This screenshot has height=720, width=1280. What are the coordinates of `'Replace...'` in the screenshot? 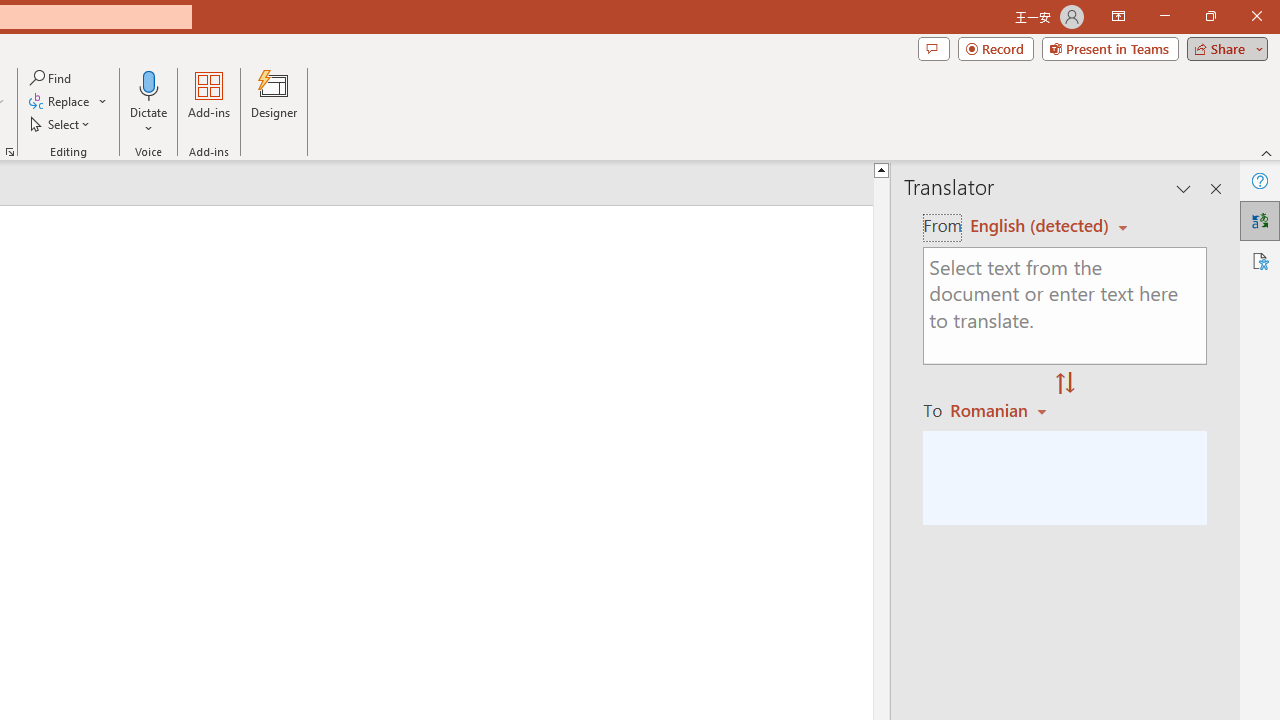 It's located at (69, 101).